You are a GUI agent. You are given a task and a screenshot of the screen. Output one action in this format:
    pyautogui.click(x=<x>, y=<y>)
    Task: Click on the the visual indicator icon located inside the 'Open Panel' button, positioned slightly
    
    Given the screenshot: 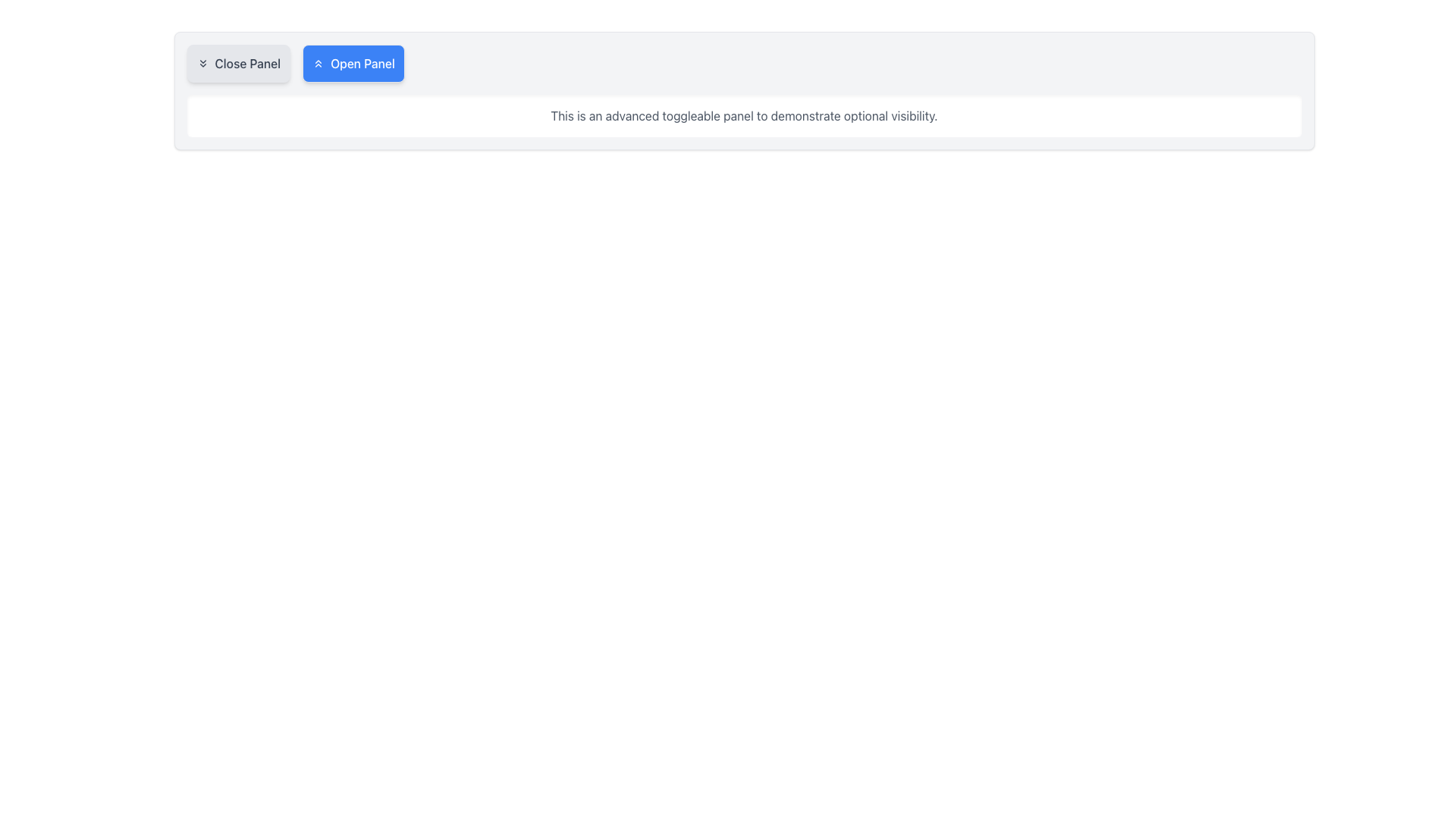 What is the action you would take?
    pyautogui.click(x=318, y=63)
    